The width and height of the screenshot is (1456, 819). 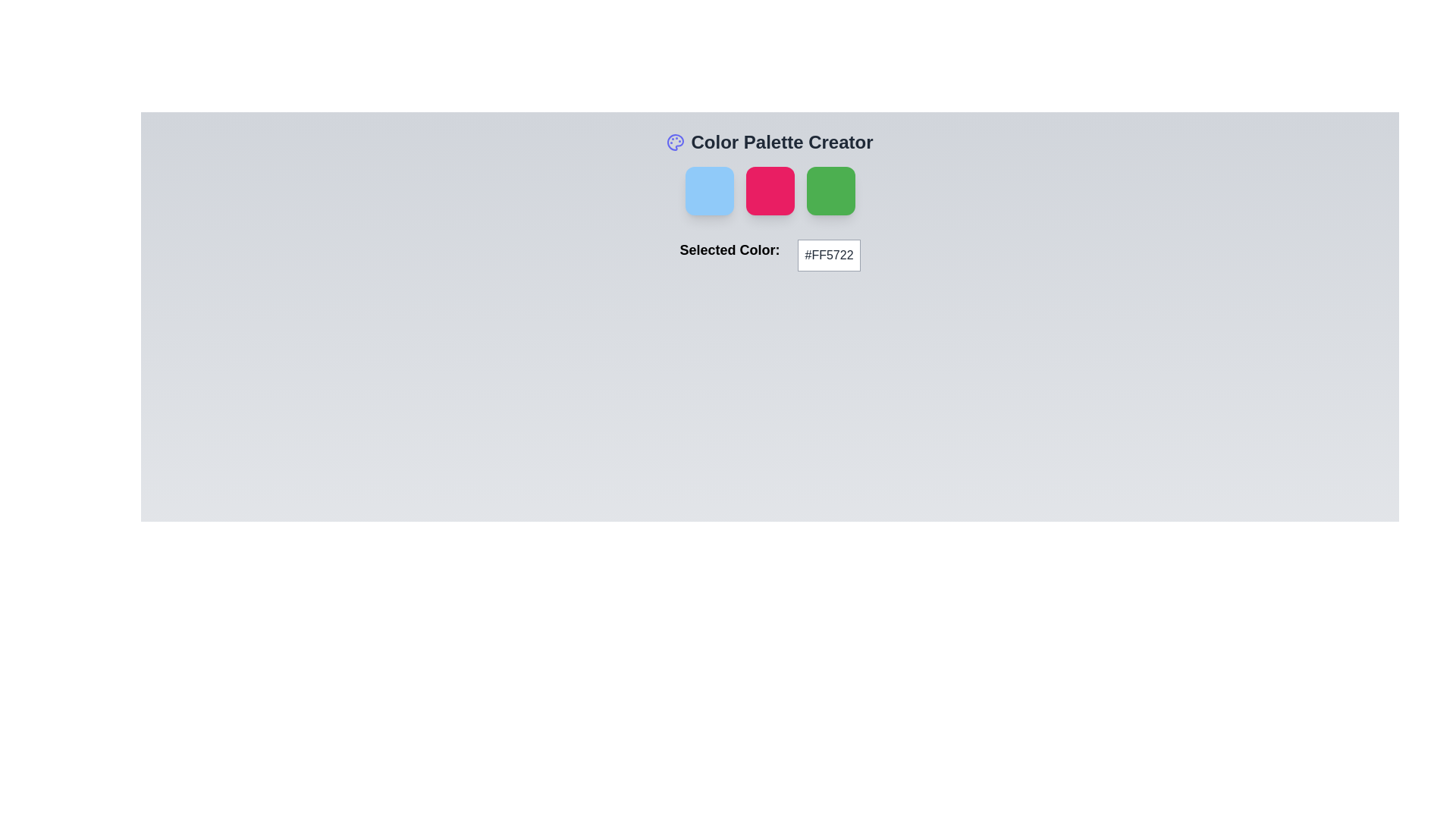 What do you see at coordinates (828, 254) in the screenshot?
I see `the static text box displaying the color code '#FF5722', which is located to the right of the label 'Selected Color:' and has a white background with a gray border` at bounding box center [828, 254].